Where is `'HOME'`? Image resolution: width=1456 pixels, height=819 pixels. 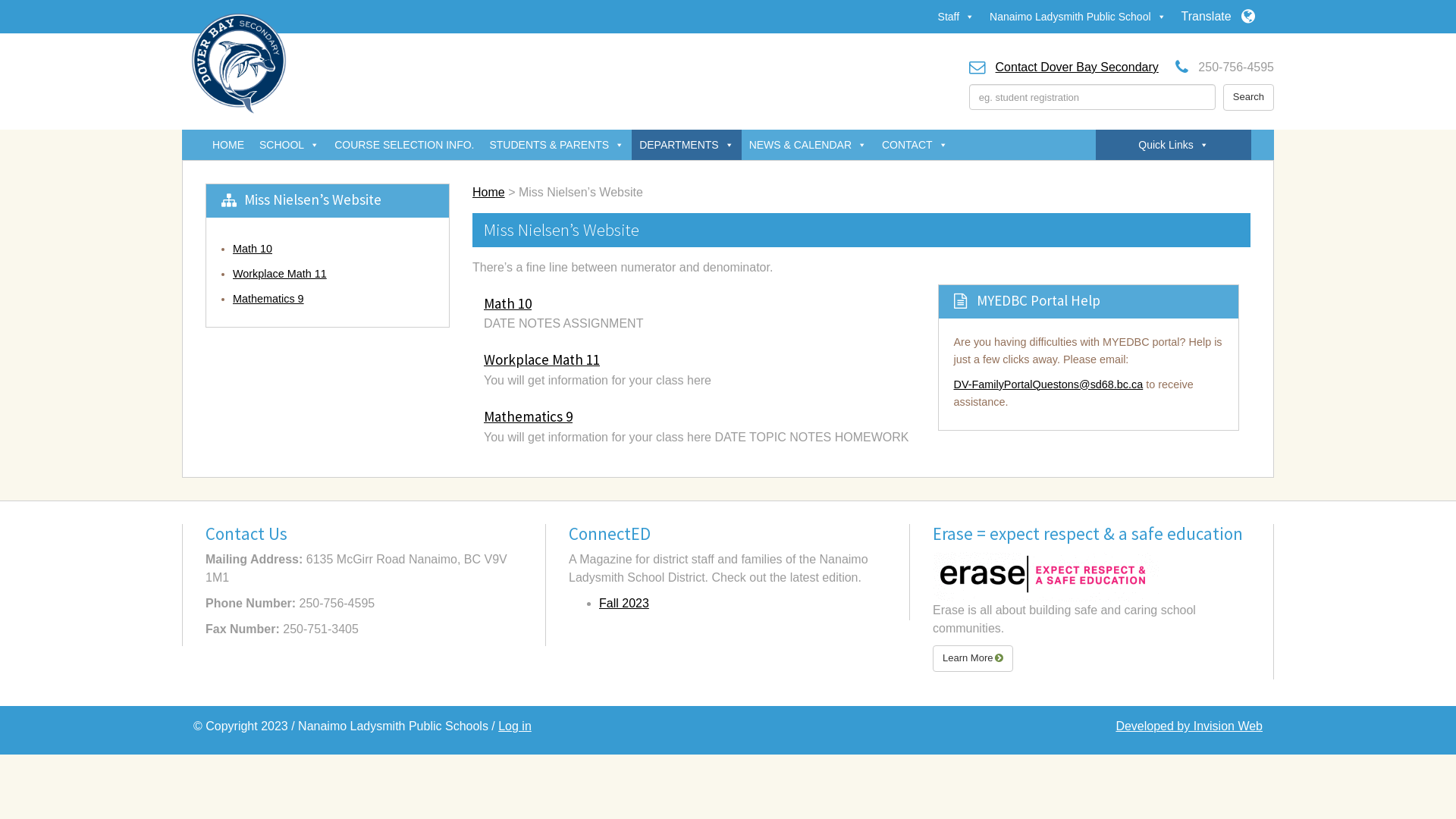
'HOME' is located at coordinates (227, 145).